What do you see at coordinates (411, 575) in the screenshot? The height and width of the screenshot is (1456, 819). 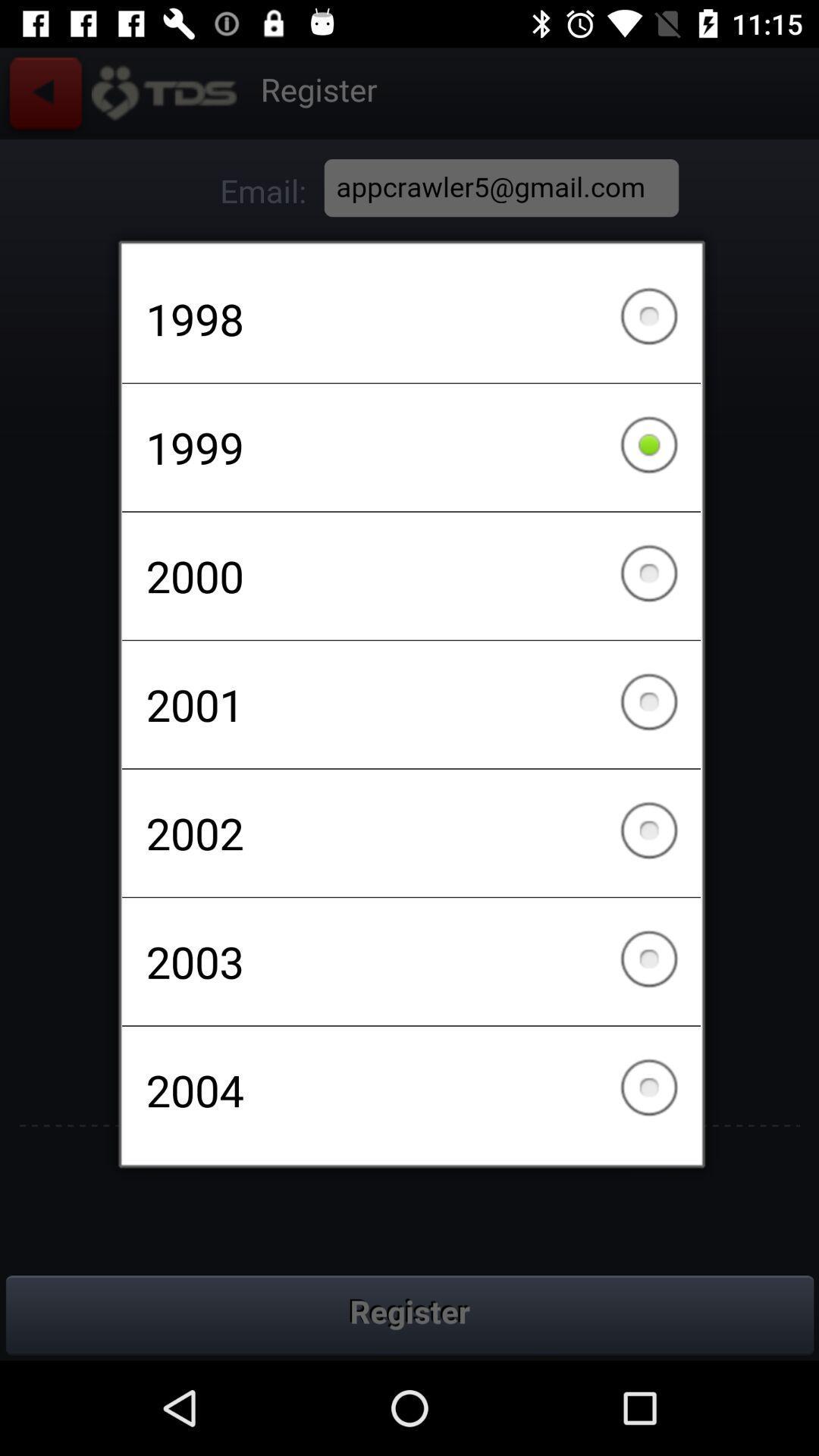 I see `the checkbox above the 2001 icon` at bounding box center [411, 575].